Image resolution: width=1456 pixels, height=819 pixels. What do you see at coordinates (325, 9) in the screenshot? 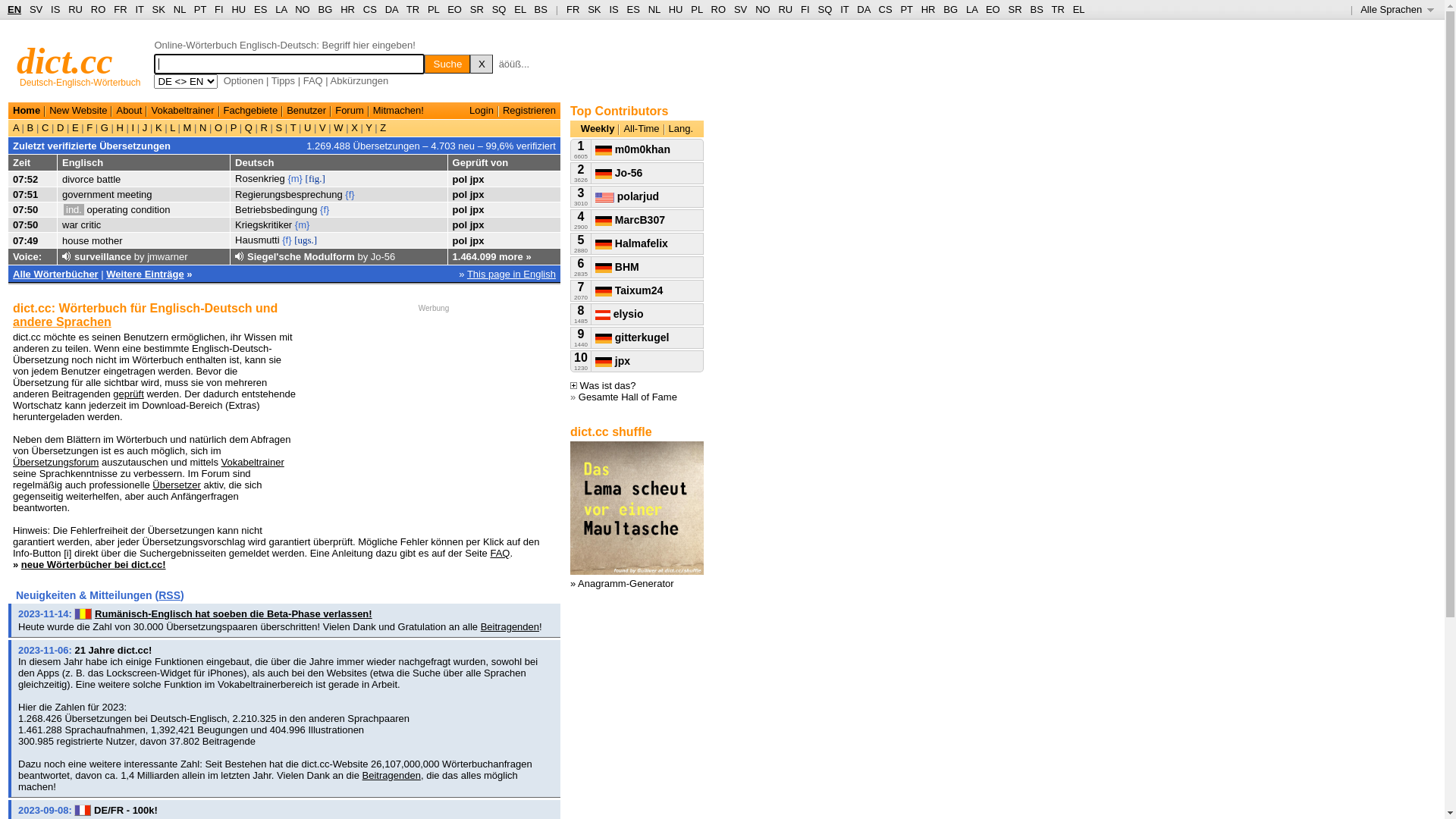
I see `'BG'` at bounding box center [325, 9].